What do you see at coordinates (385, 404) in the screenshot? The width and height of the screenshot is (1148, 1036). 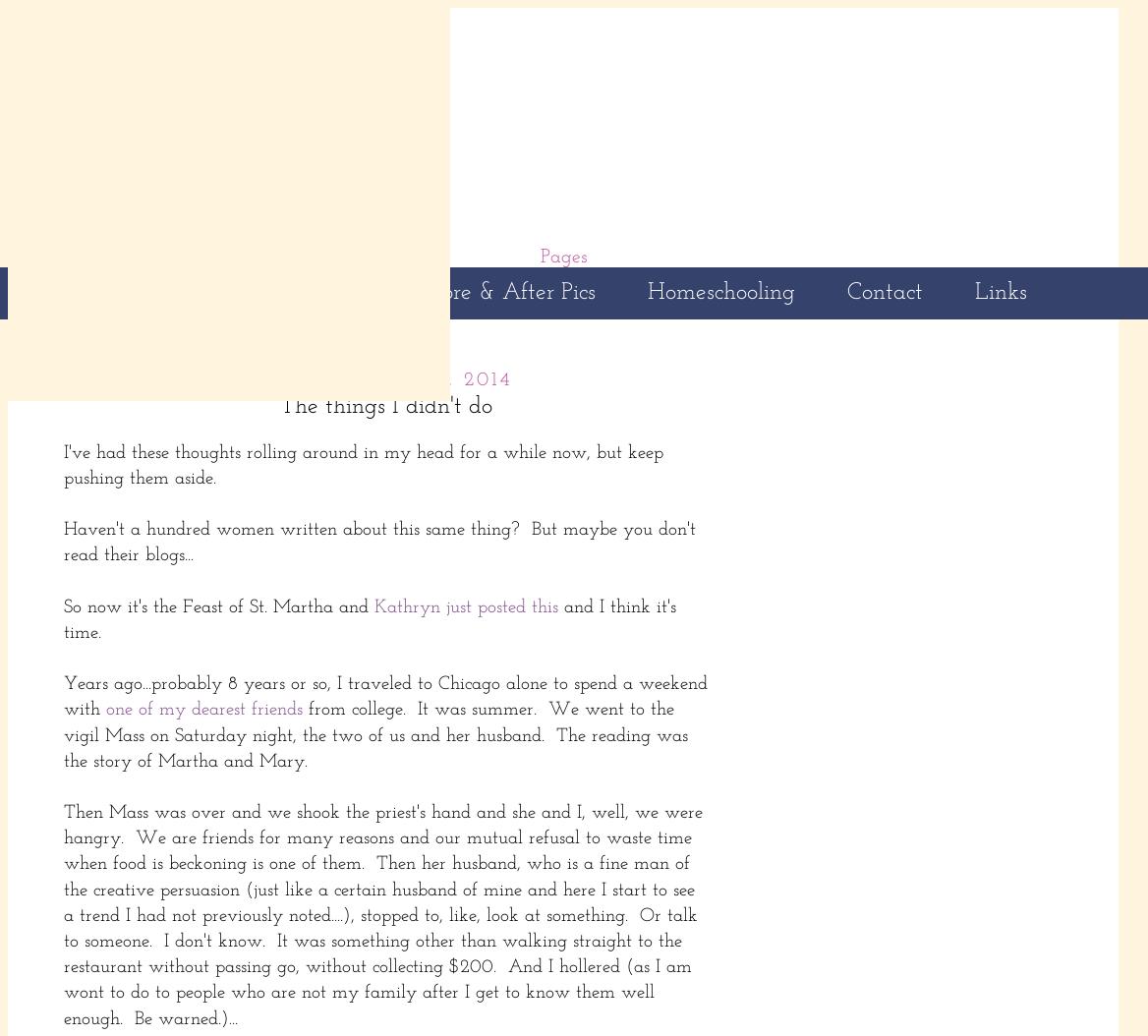 I see `'The things I didn't do'` at bounding box center [385, 404].